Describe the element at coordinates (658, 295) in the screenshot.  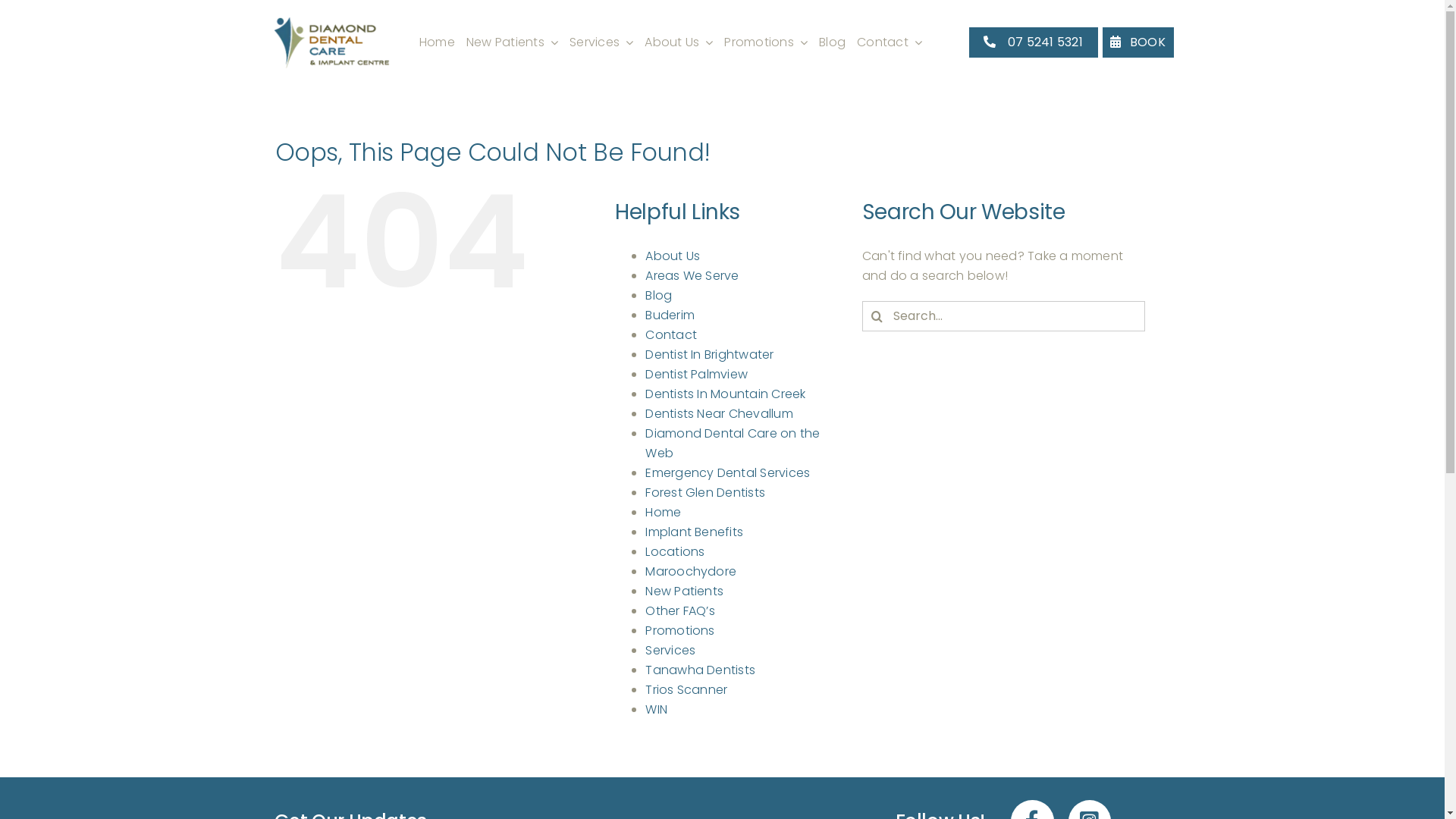
I see `'Blog'` at that location.